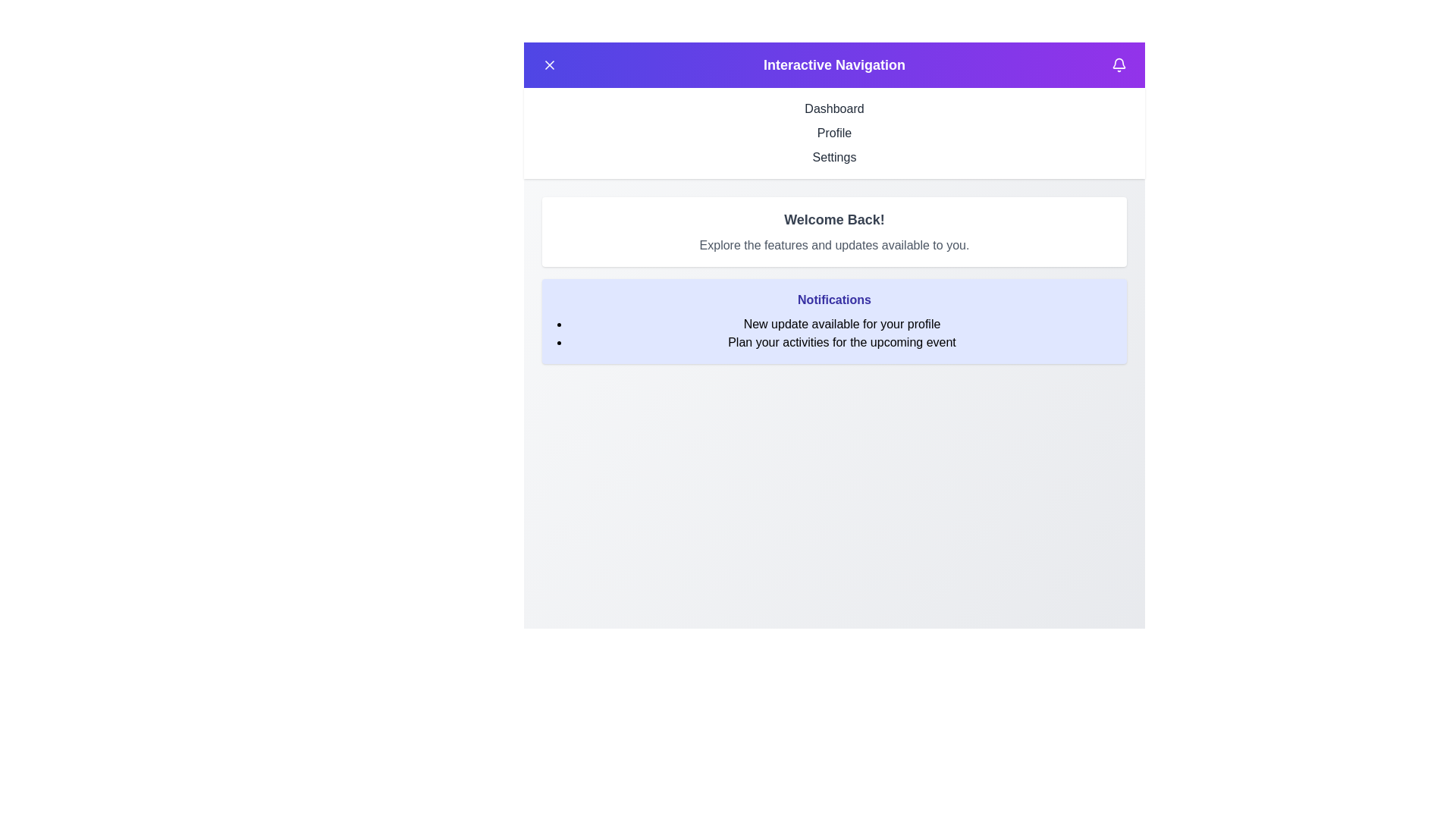 This screenshot has width=1456, height=819. I want to click on the navigation menu item Dashboard, so click(833, 108).